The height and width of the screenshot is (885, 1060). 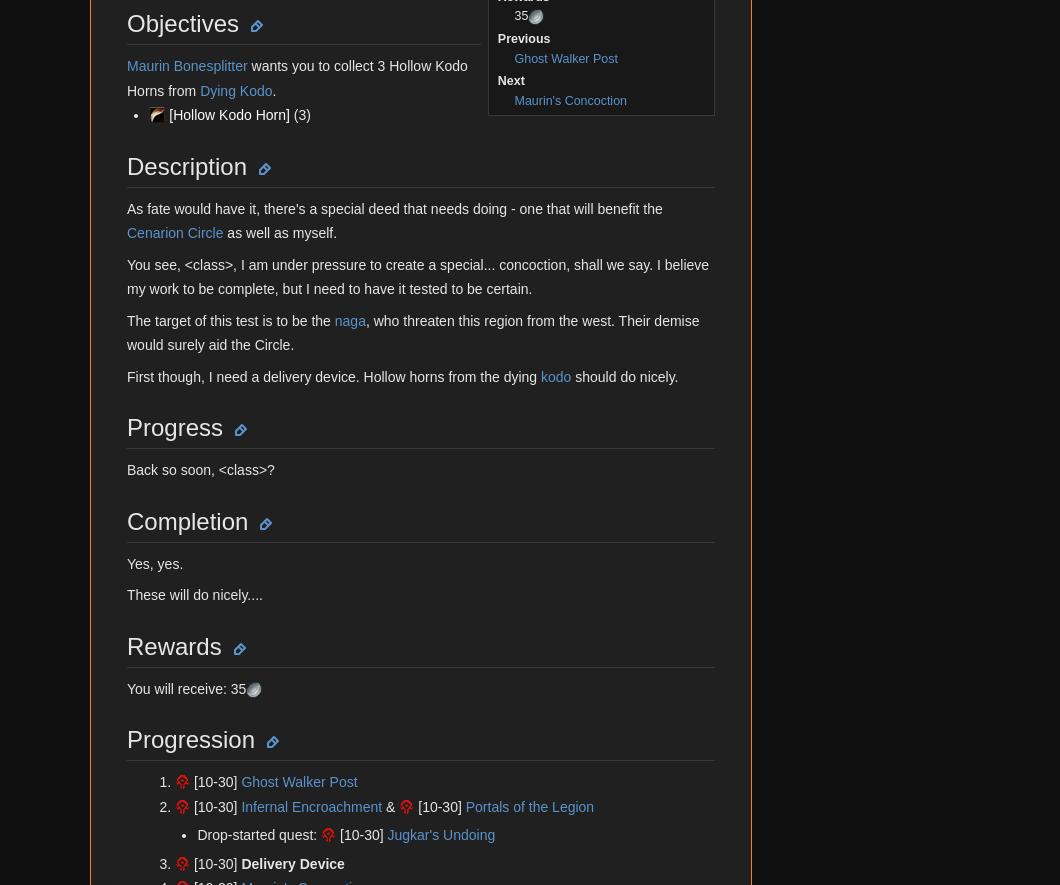 I want to click on 'Follow Us', so click(x=118, y=216).